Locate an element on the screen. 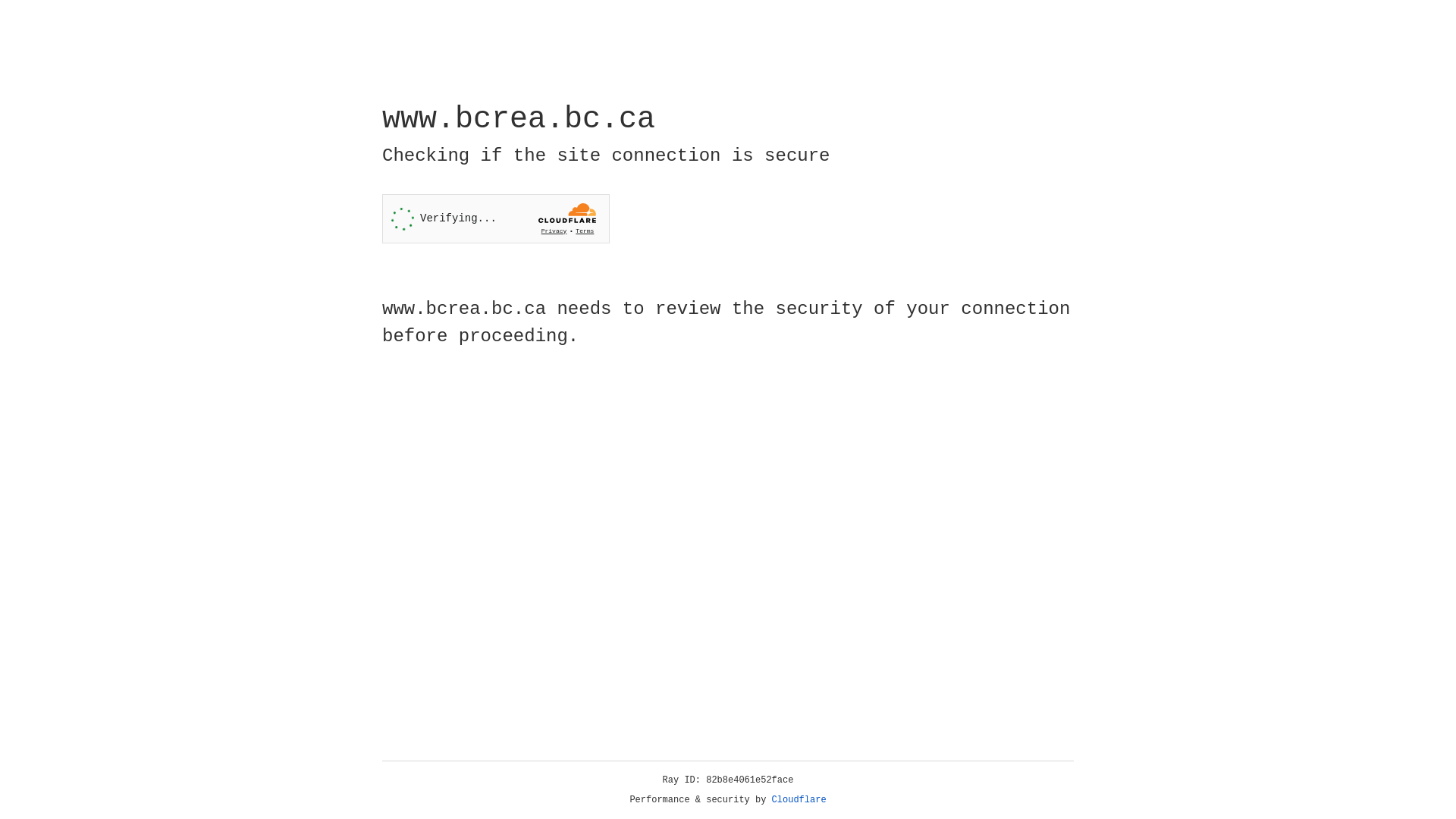 The image size is (1456, 819). 'Widget containing a Cloudflare security challenge' is located at coordinates (495, 218).